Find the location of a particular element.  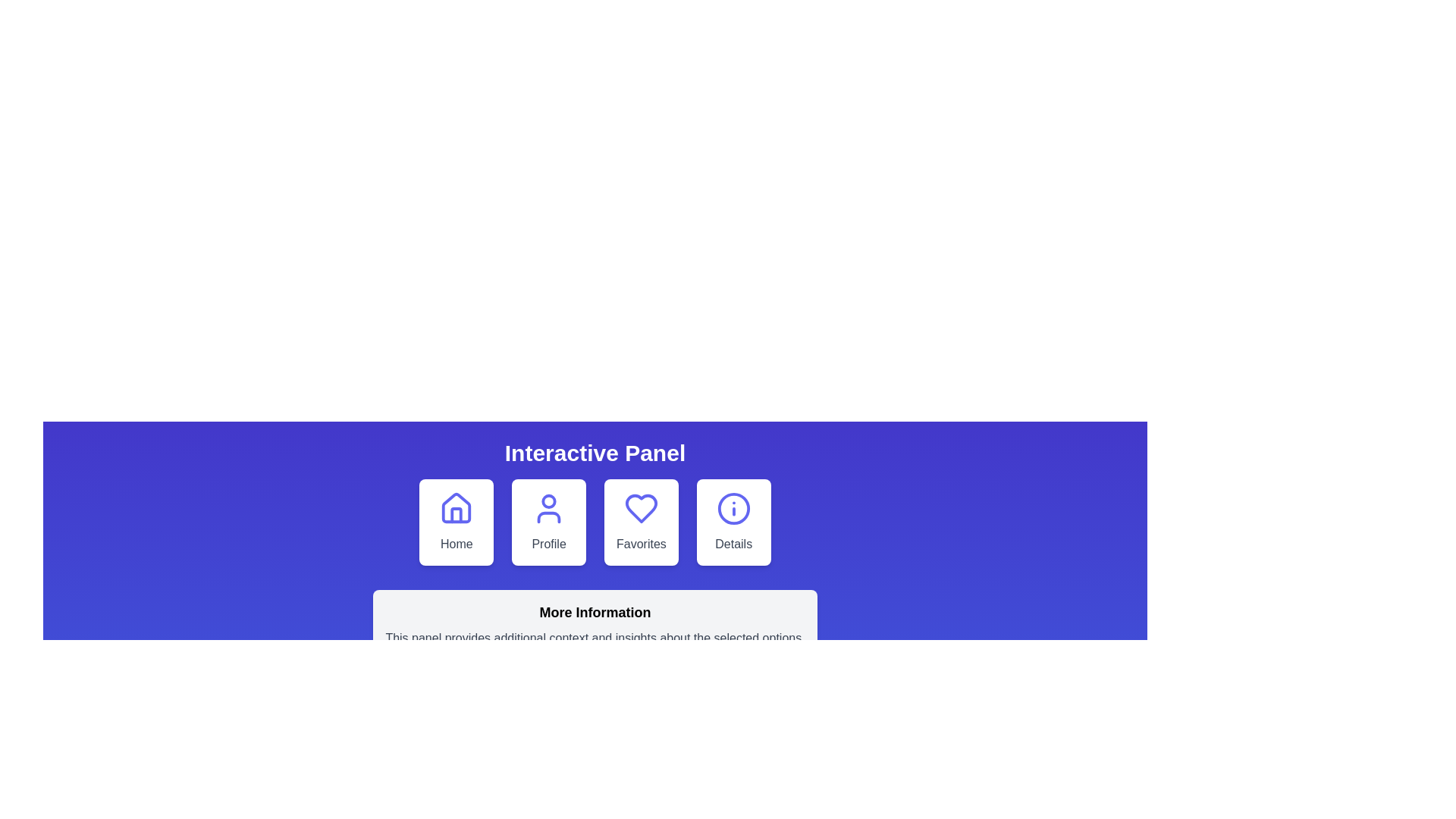

and interpret the descriptive message provided by the static text located beneath the 'More Information' header in a light-gray box is located at coordinates (595, 638).